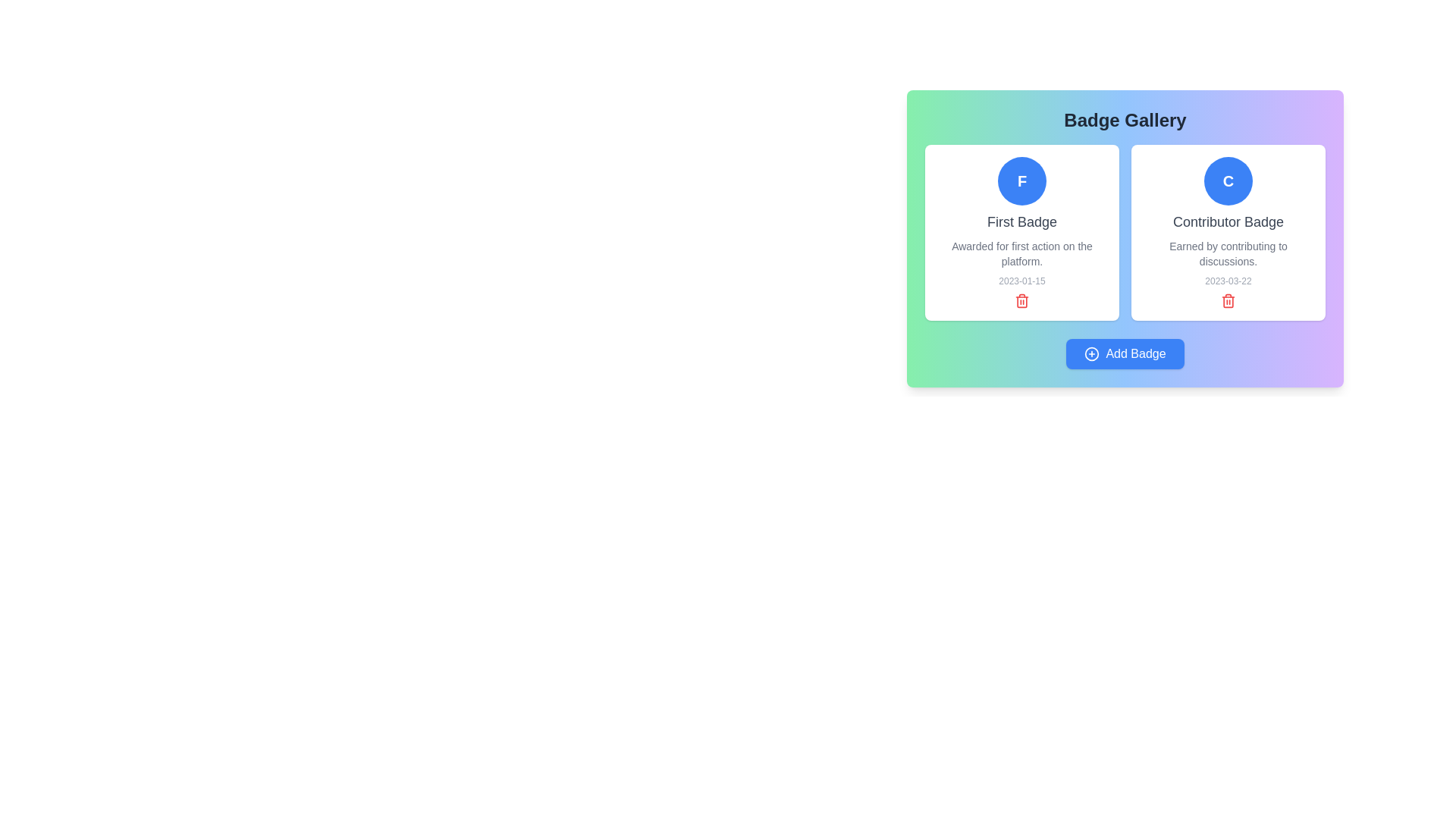 This screenshot has width=1456, height=819. What do you see at coordinates (1125, 353) in the screenshot?
I see `the 'Add Badge' button, which has a blue background and white text, to initiate the action of adding a badge` at bounding box center [1125, 353].